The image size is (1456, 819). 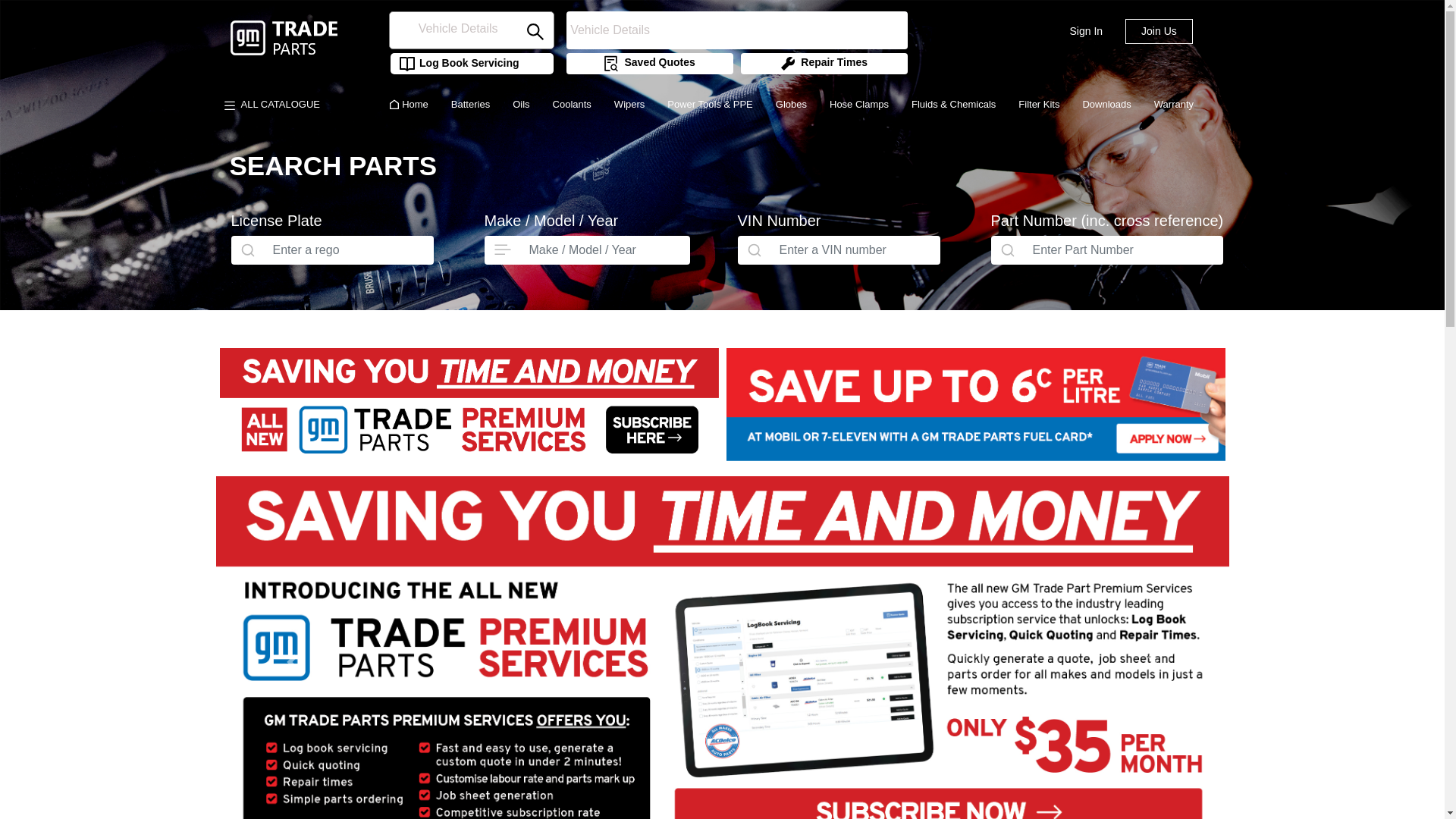 I want to click on 'Join Us', so click(x=1158, y=31).